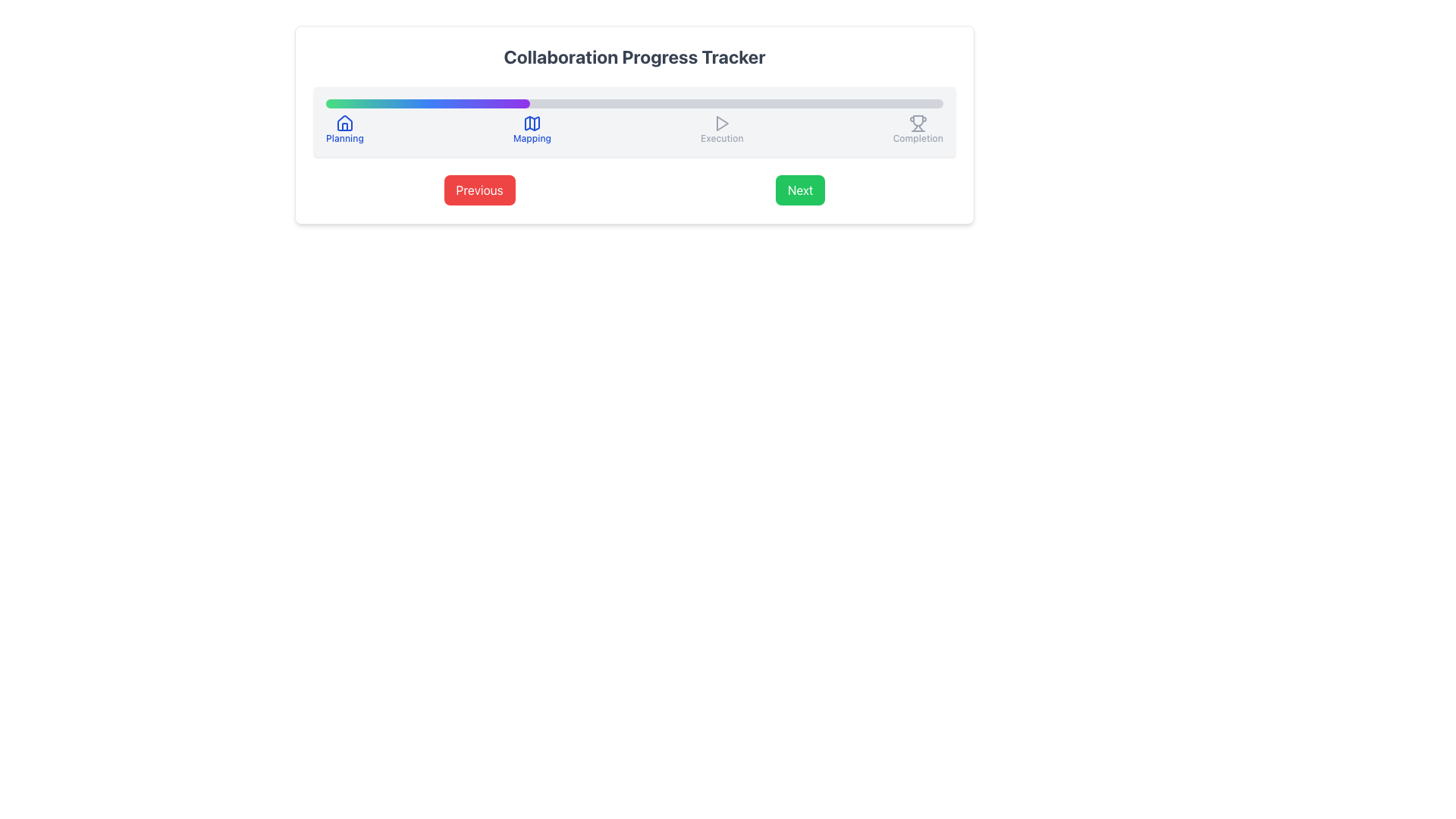 The image size is (1456, 819). I want to click on the 'Completion' stage icon in the progress tracking UI component, which is the last item in a horizontal sequence of four stages: 'Planning', 'Mapping', 'Execution', and 'Completion', so click(917, 128).